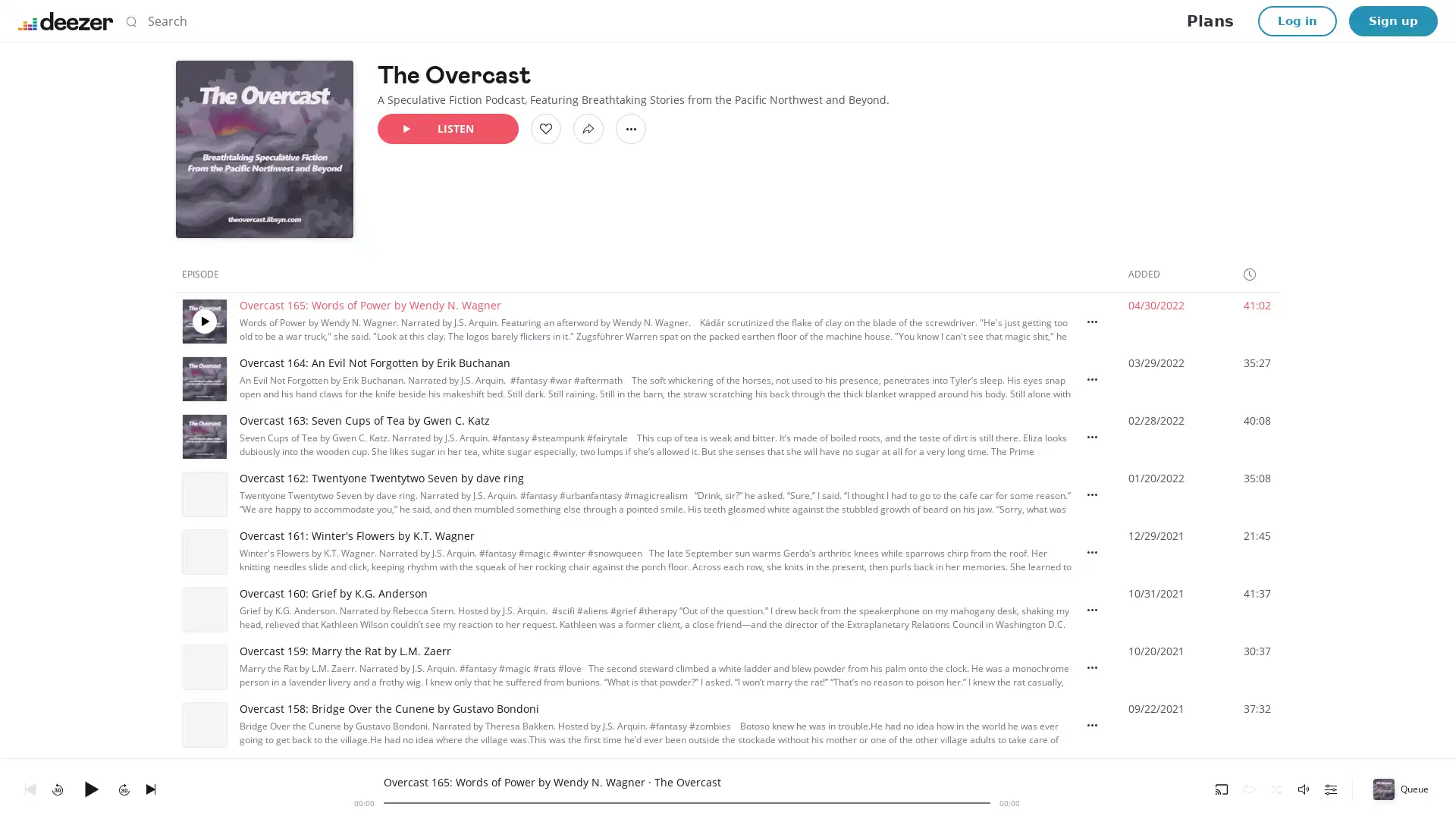  What do you see at coordinates (203, 783) in the screenshot?
I see `Play Overcast 157: Katabasis by Catherine George by The Overcast` at bounding box center [203, 783].